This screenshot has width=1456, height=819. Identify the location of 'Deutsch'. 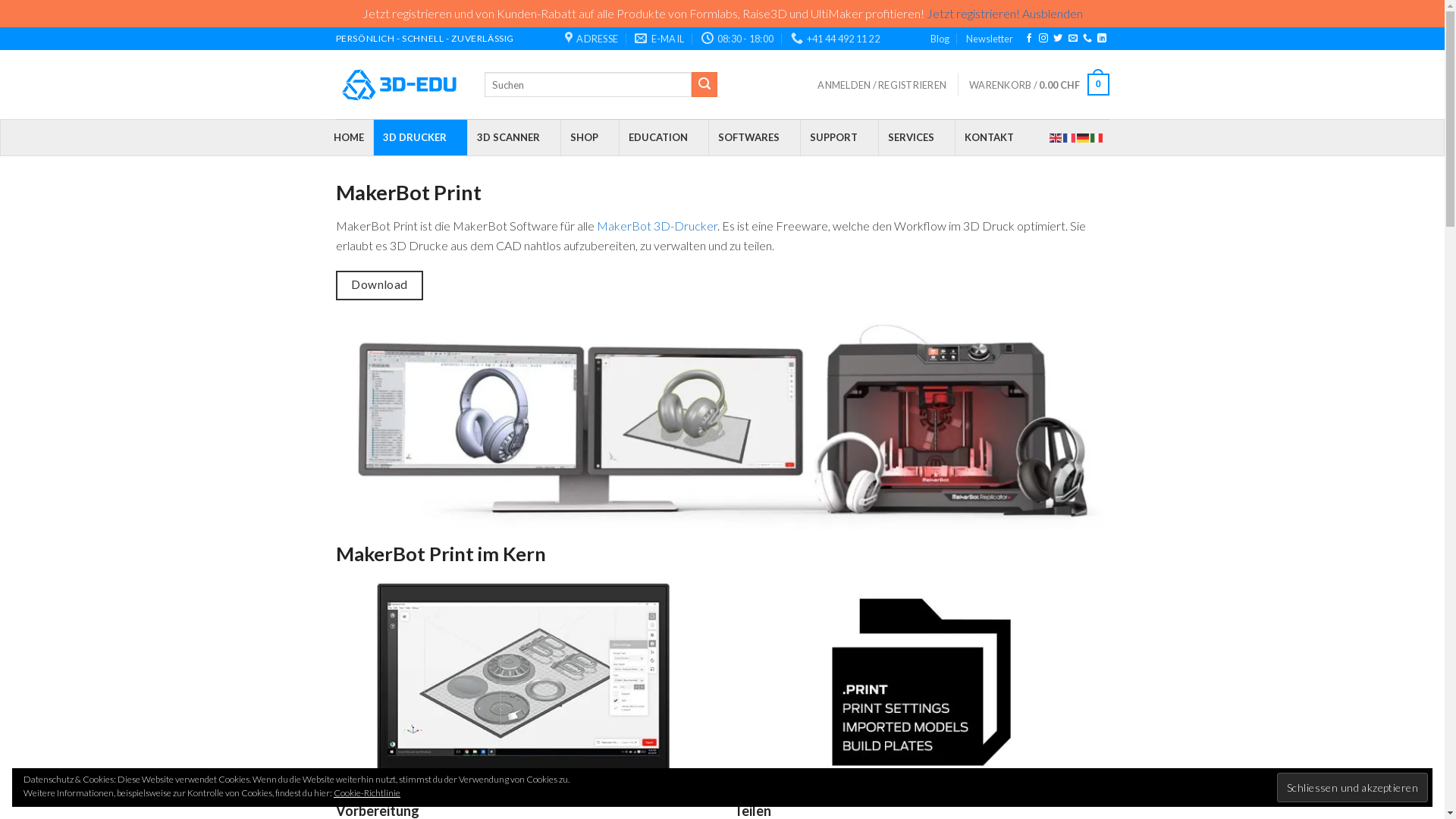
(1076, 136).